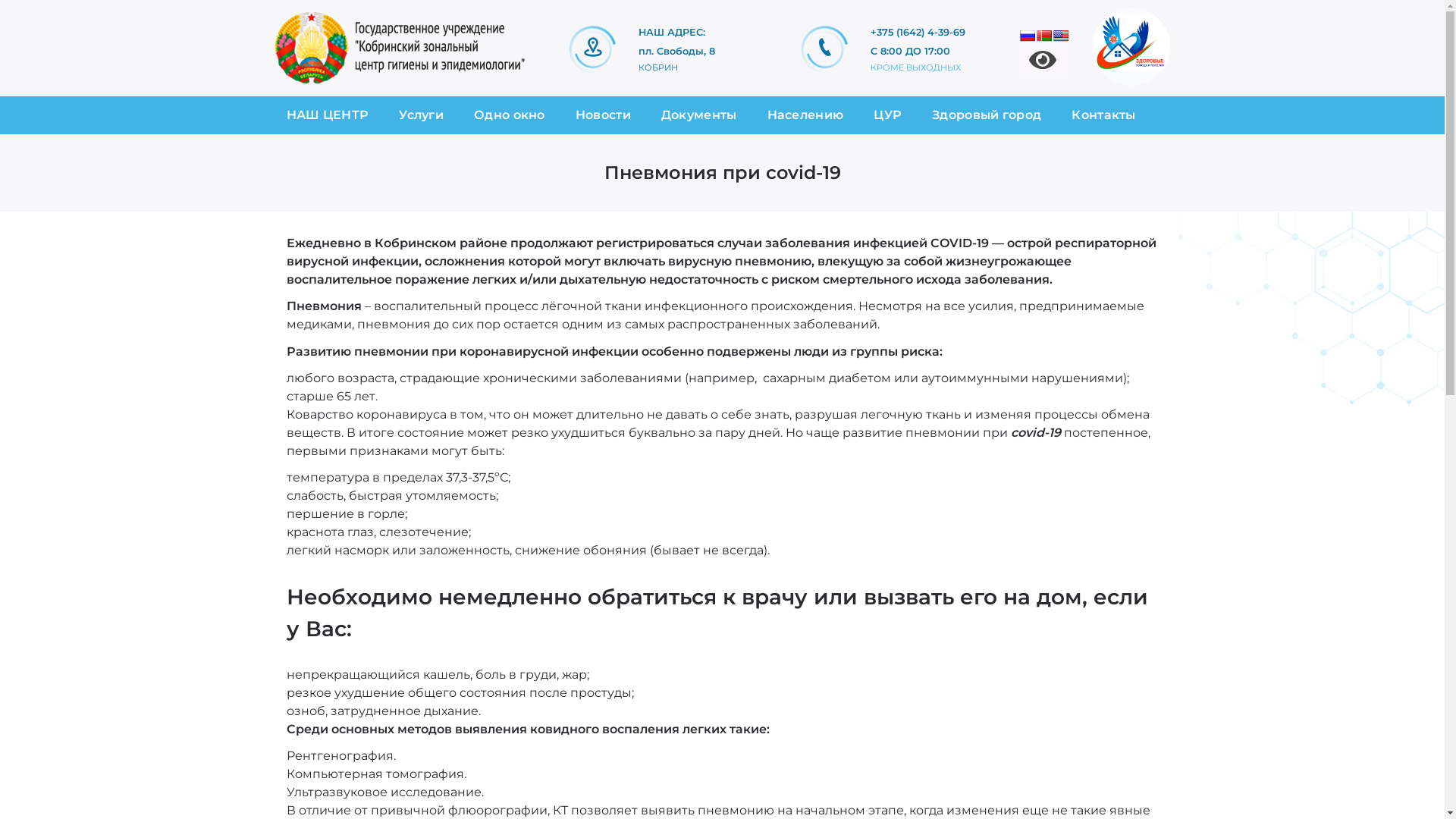 This screenshot has height=819, width=1456. I want to click on 'Belarusian', so click(1043, 34).